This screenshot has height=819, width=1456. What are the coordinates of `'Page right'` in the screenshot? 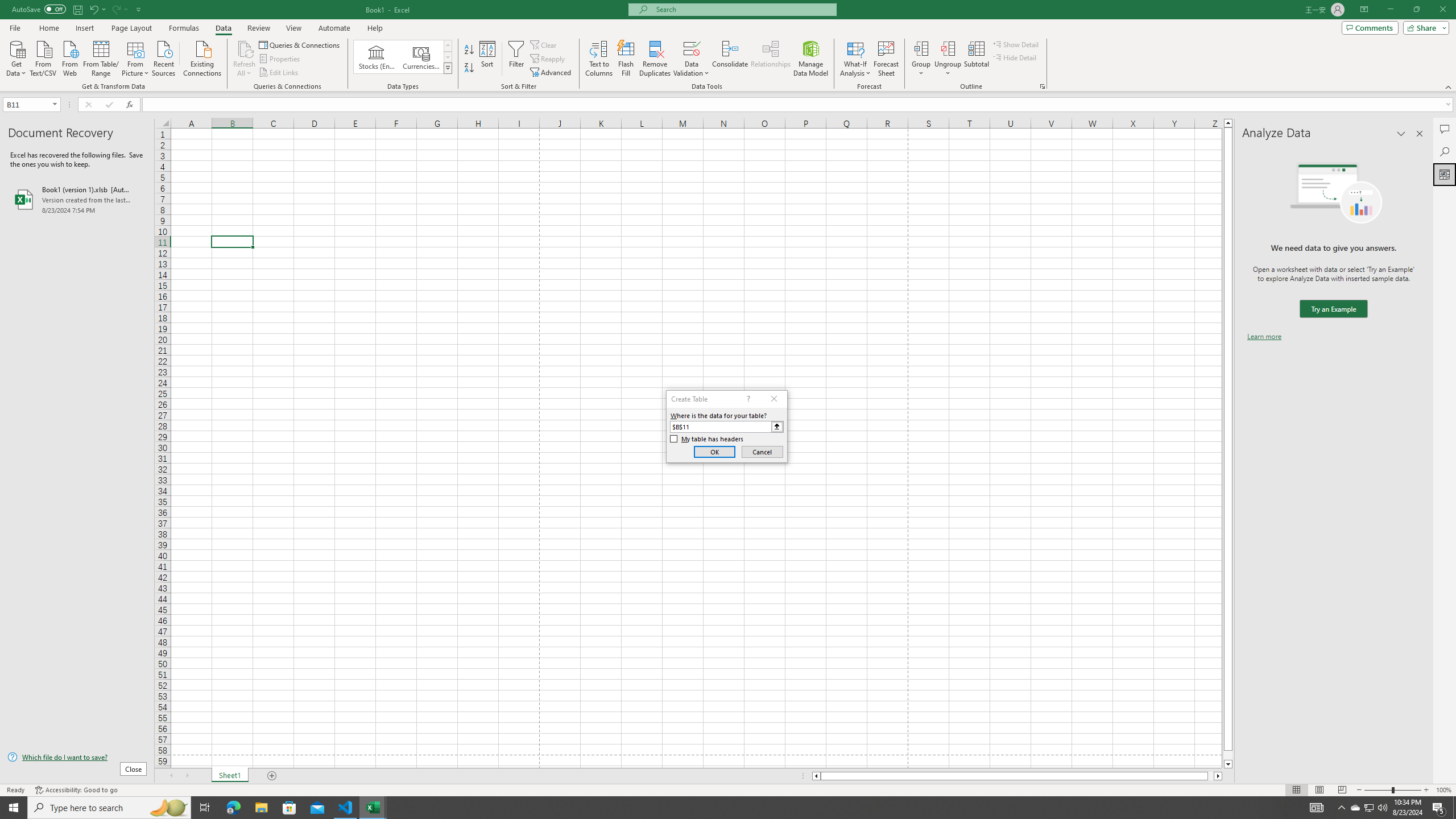 It's located at (1210, 775).